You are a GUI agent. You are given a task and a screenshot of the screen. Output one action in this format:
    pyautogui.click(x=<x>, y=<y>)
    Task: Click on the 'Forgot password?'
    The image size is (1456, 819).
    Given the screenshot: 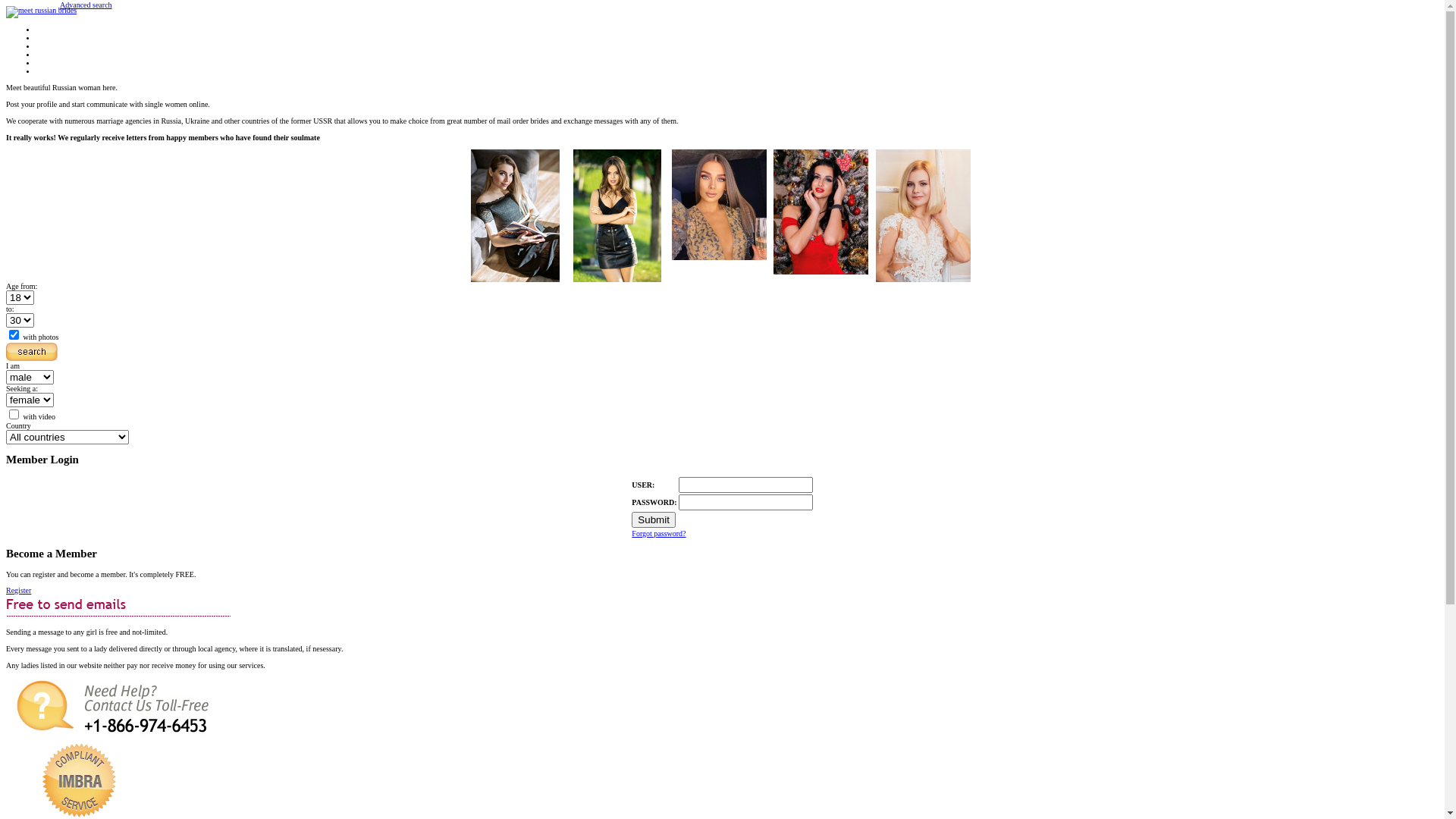 What is the action you would take?
    pyautogui.click(x=632, y=532)
    